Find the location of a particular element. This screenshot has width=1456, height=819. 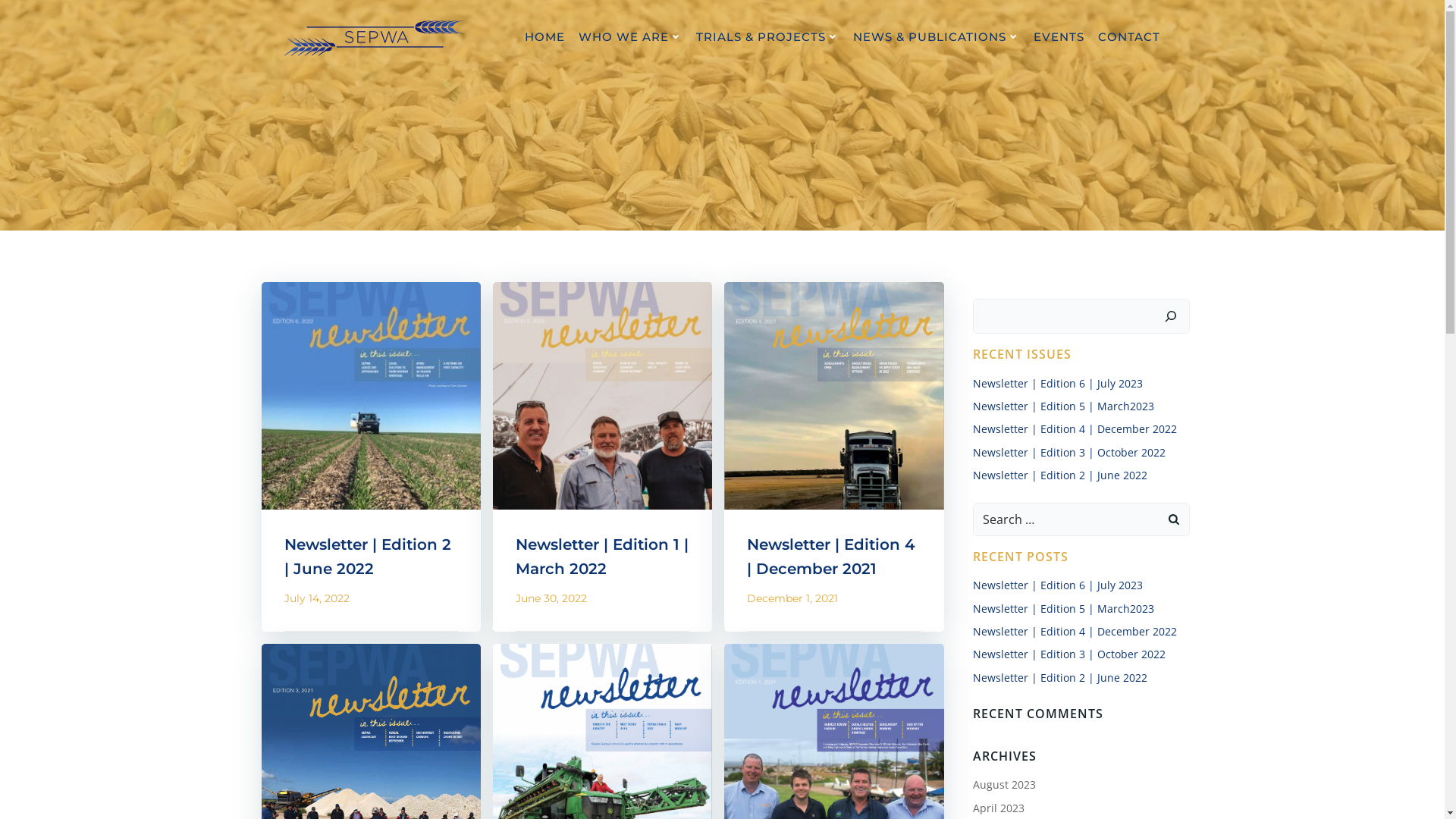

'NEWS & PUBLICATIONS' is located at coordinates (934, 36).